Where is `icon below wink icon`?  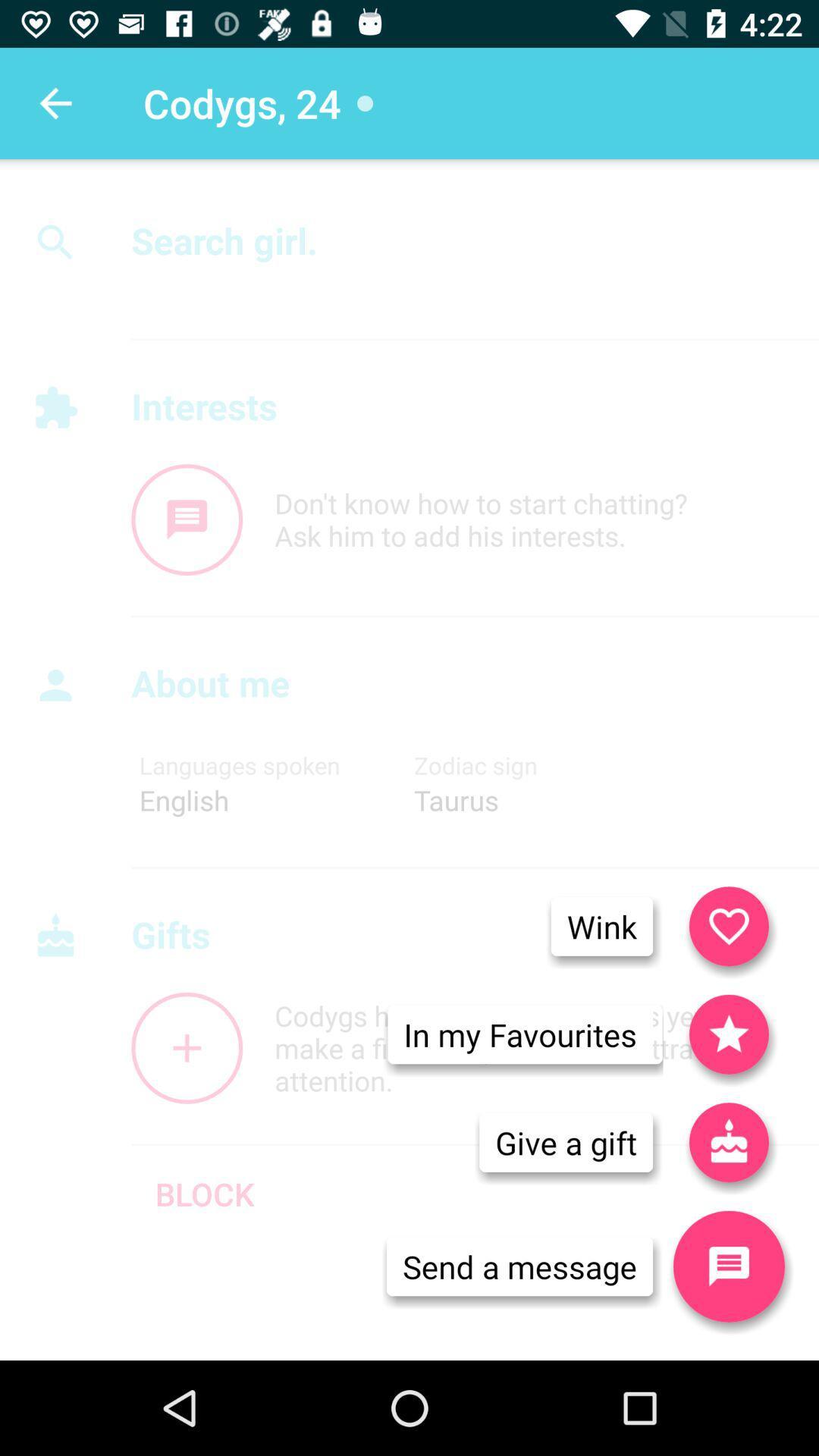 icon below wink icon is located at coordinates (519, 1034).